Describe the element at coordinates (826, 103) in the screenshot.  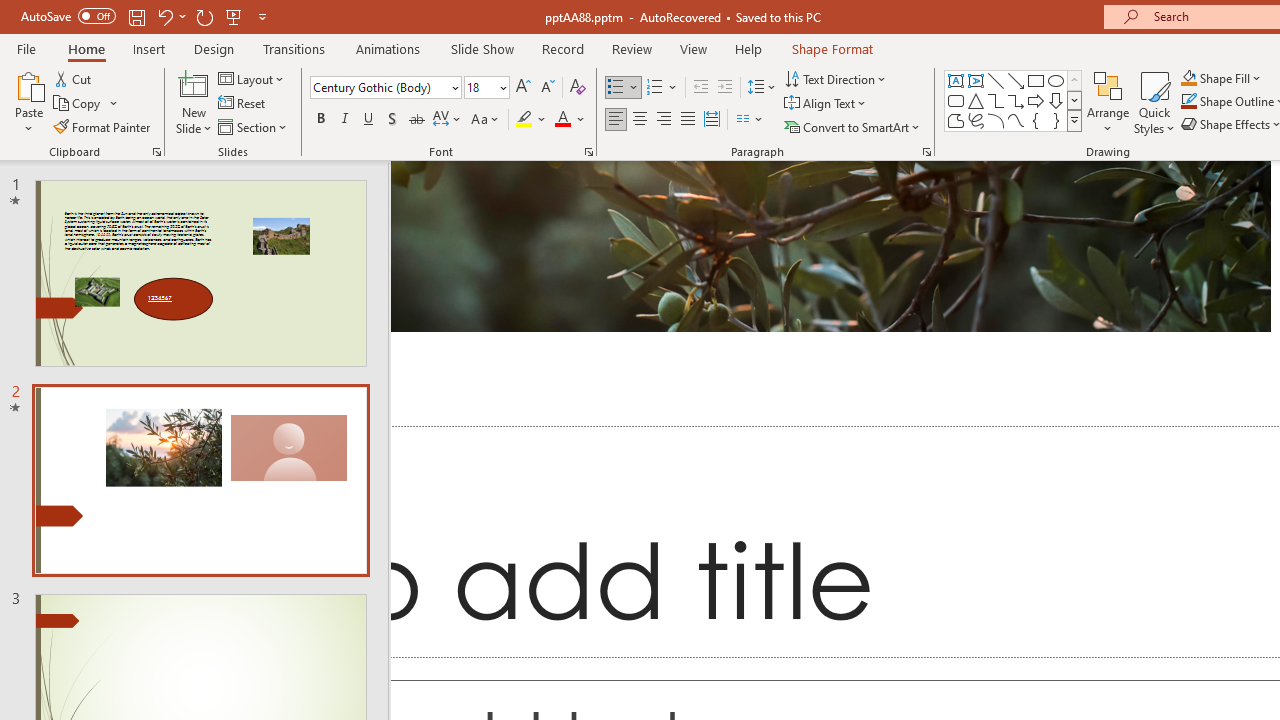
I see `'Align Text'` at that location.